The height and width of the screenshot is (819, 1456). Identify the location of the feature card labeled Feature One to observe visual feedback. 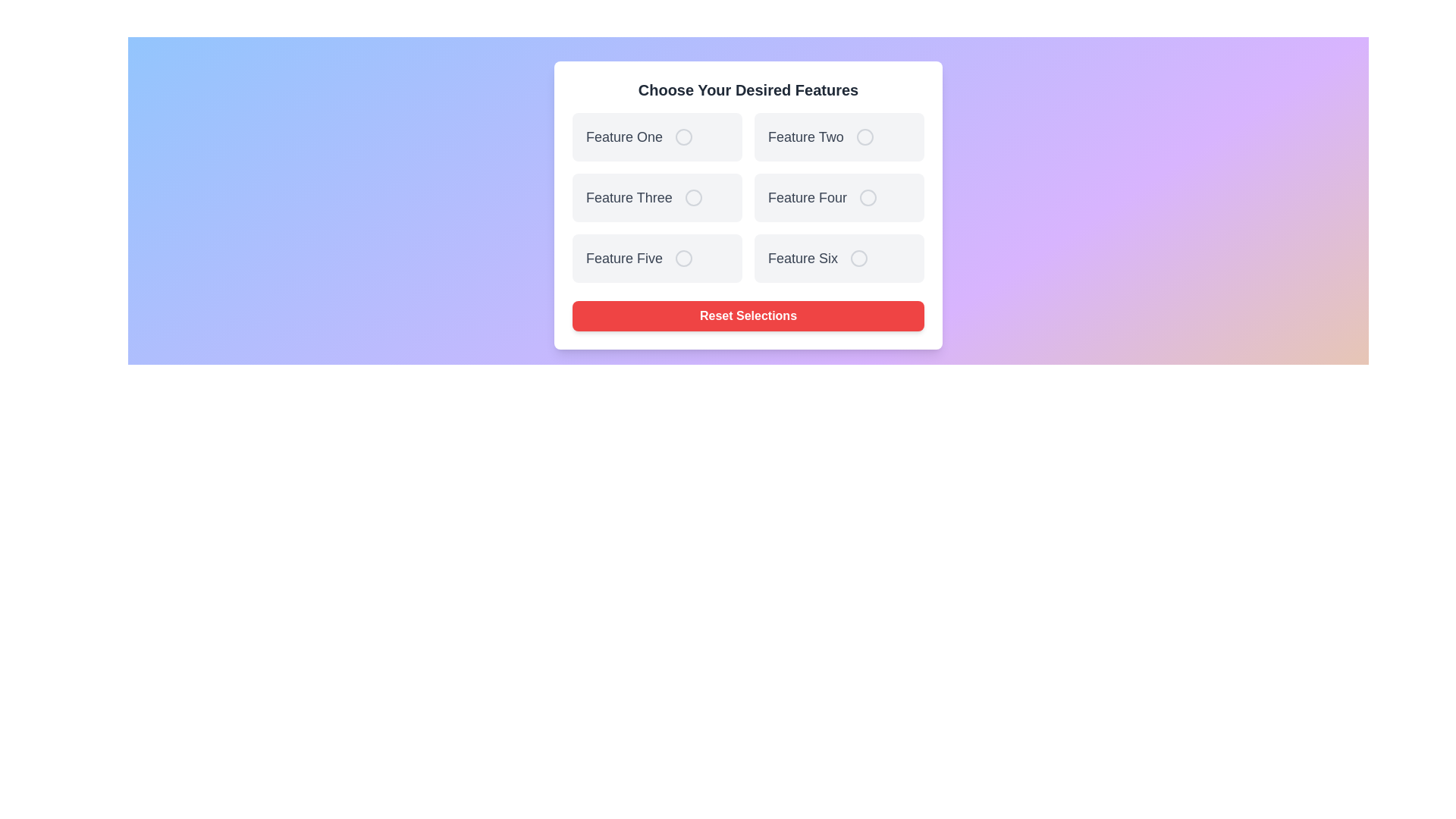
(657, 137).